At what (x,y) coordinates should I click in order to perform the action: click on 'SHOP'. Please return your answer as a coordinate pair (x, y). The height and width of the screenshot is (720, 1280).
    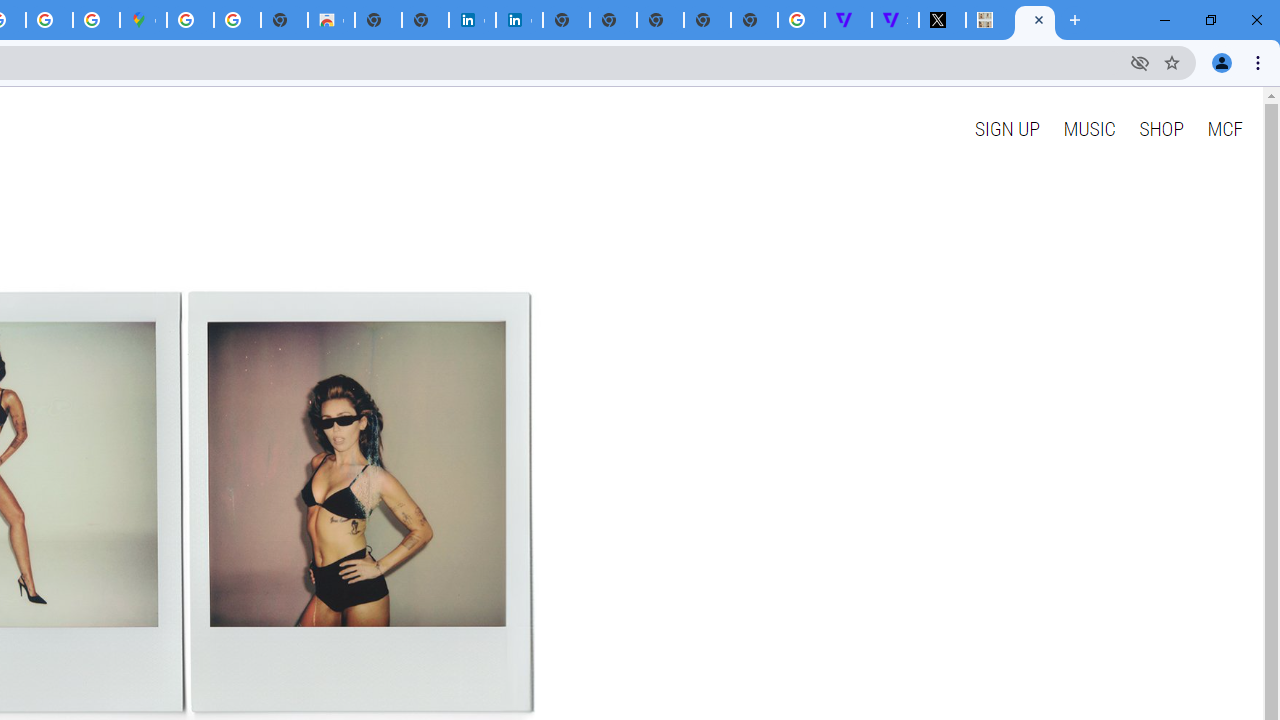
    Looking at the image, I should click on (1161, 128).